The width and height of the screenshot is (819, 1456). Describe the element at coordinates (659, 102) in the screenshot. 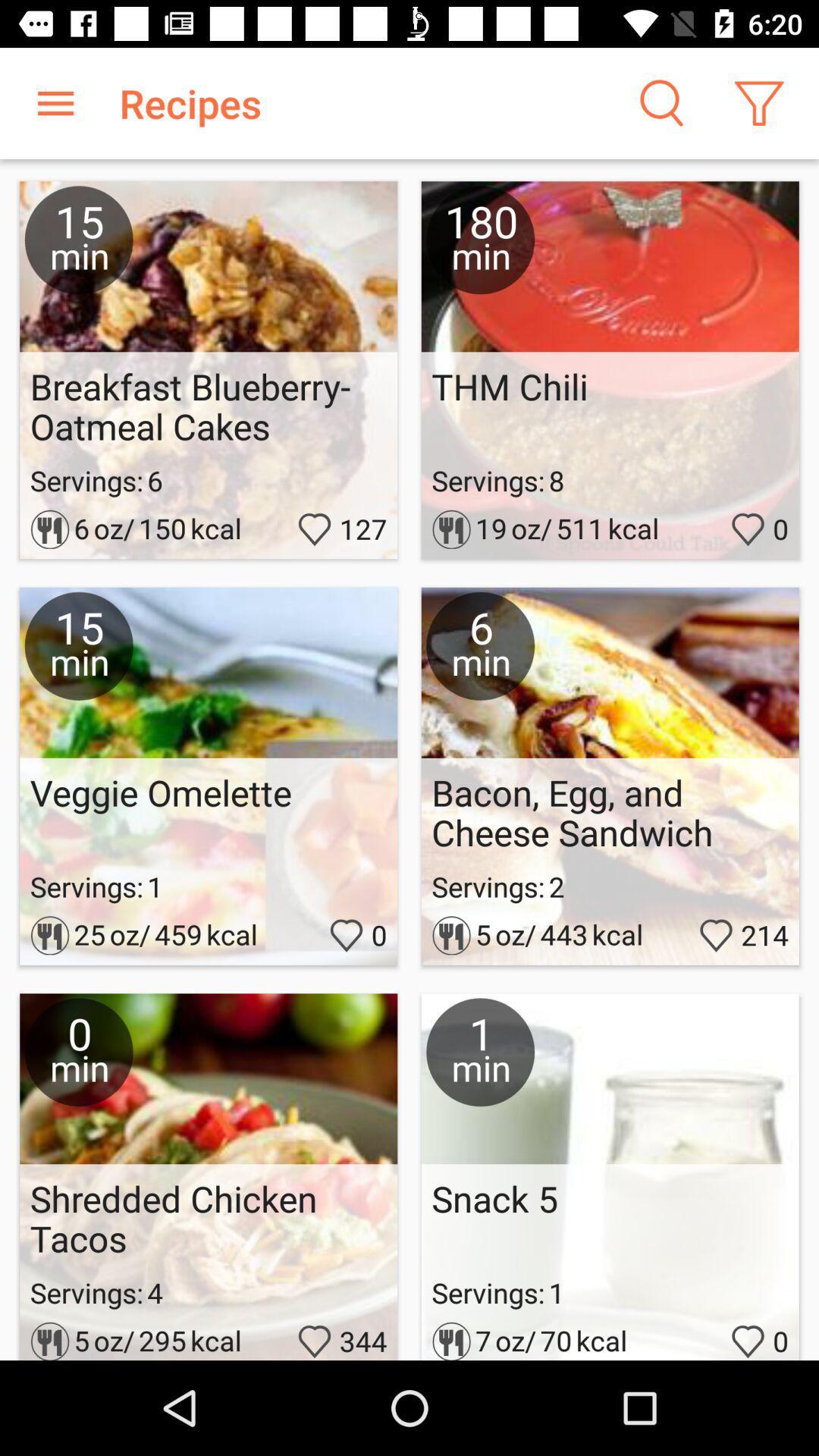

I see `search icon` at that location.